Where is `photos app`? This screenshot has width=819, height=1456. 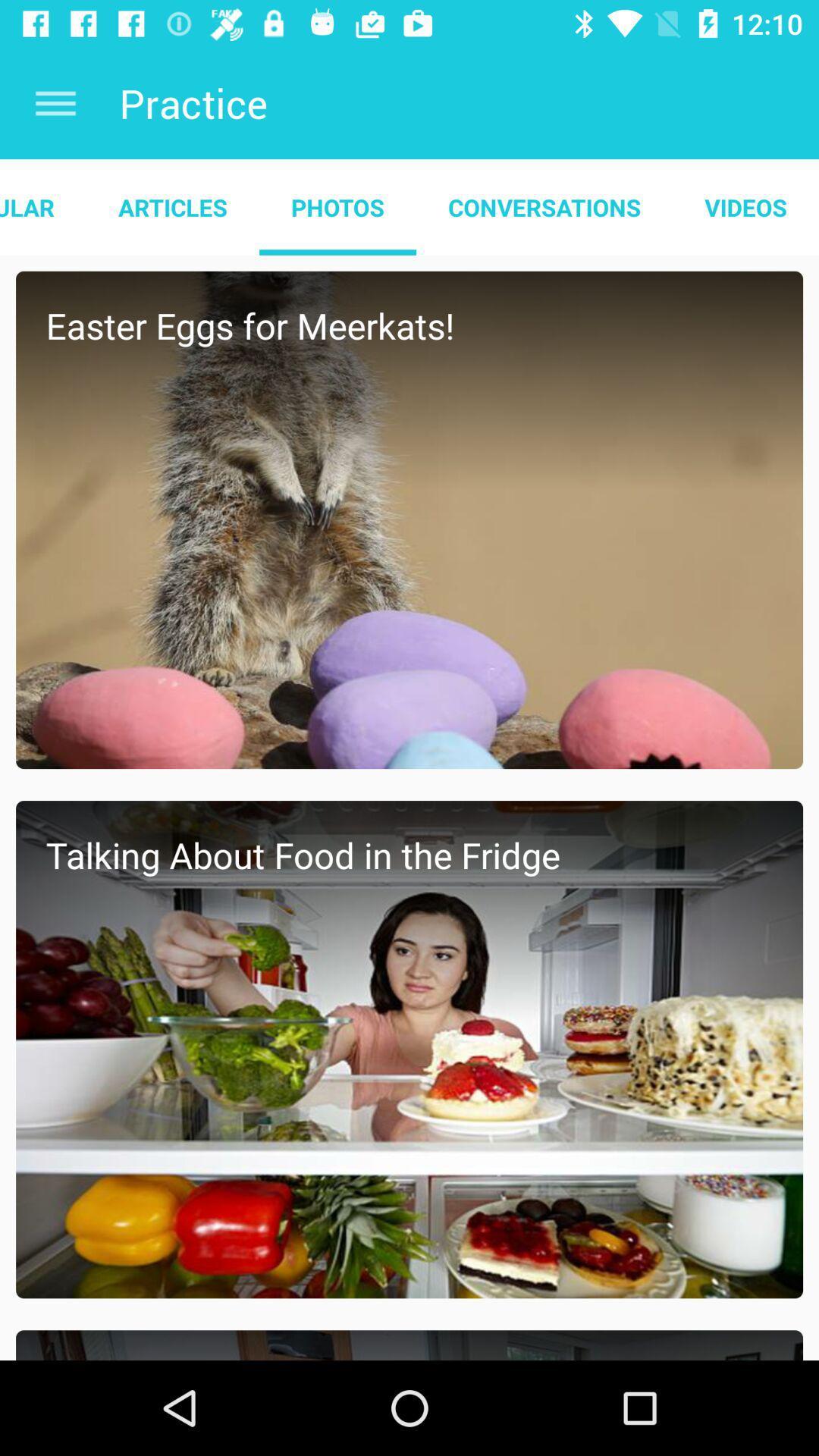 photos app is located at coordinates (337, 206).